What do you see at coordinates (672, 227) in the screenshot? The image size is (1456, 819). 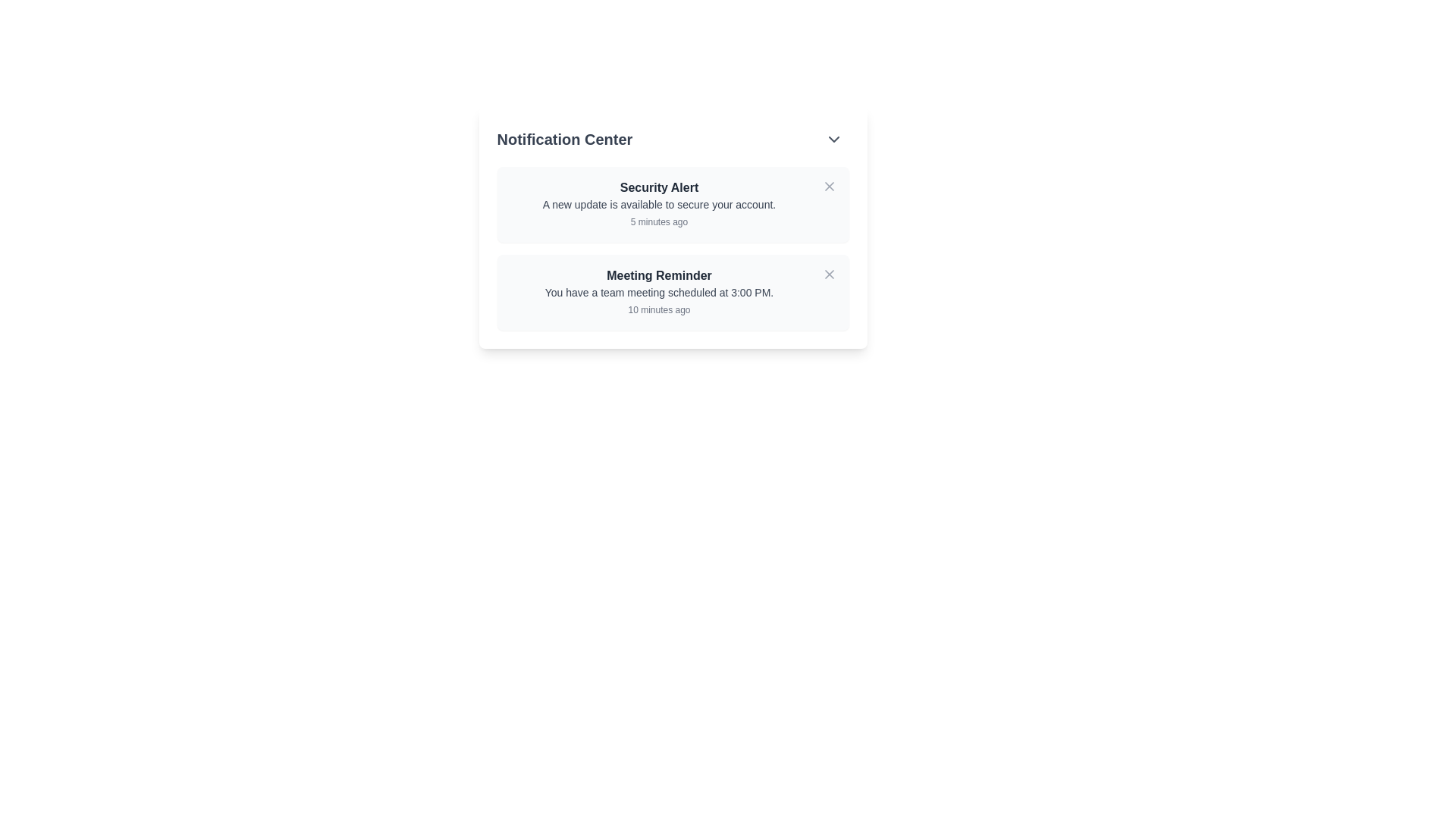 I see `to interact with the first notification entry in the Notification Center, which has a white background and rounded corners, located near the center top of the notification panel` at bounding box center [672, 227].